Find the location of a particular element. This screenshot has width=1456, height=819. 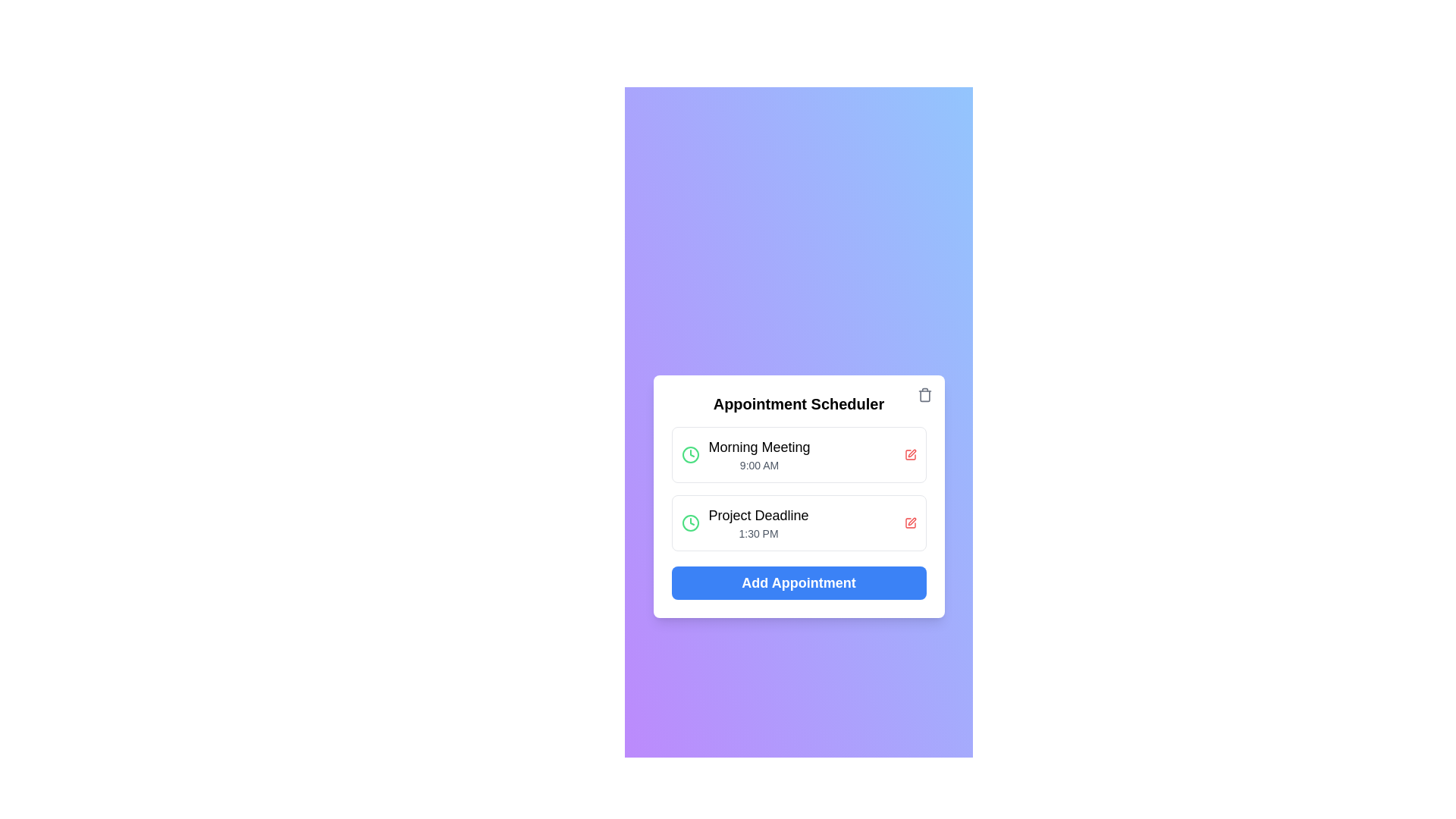

the Information display element that shows 'Project Deadline' with a green clock icon to its left, located below 'Morning Meeting' and above 'Add Appointment' is located at coordinates (745, 522).